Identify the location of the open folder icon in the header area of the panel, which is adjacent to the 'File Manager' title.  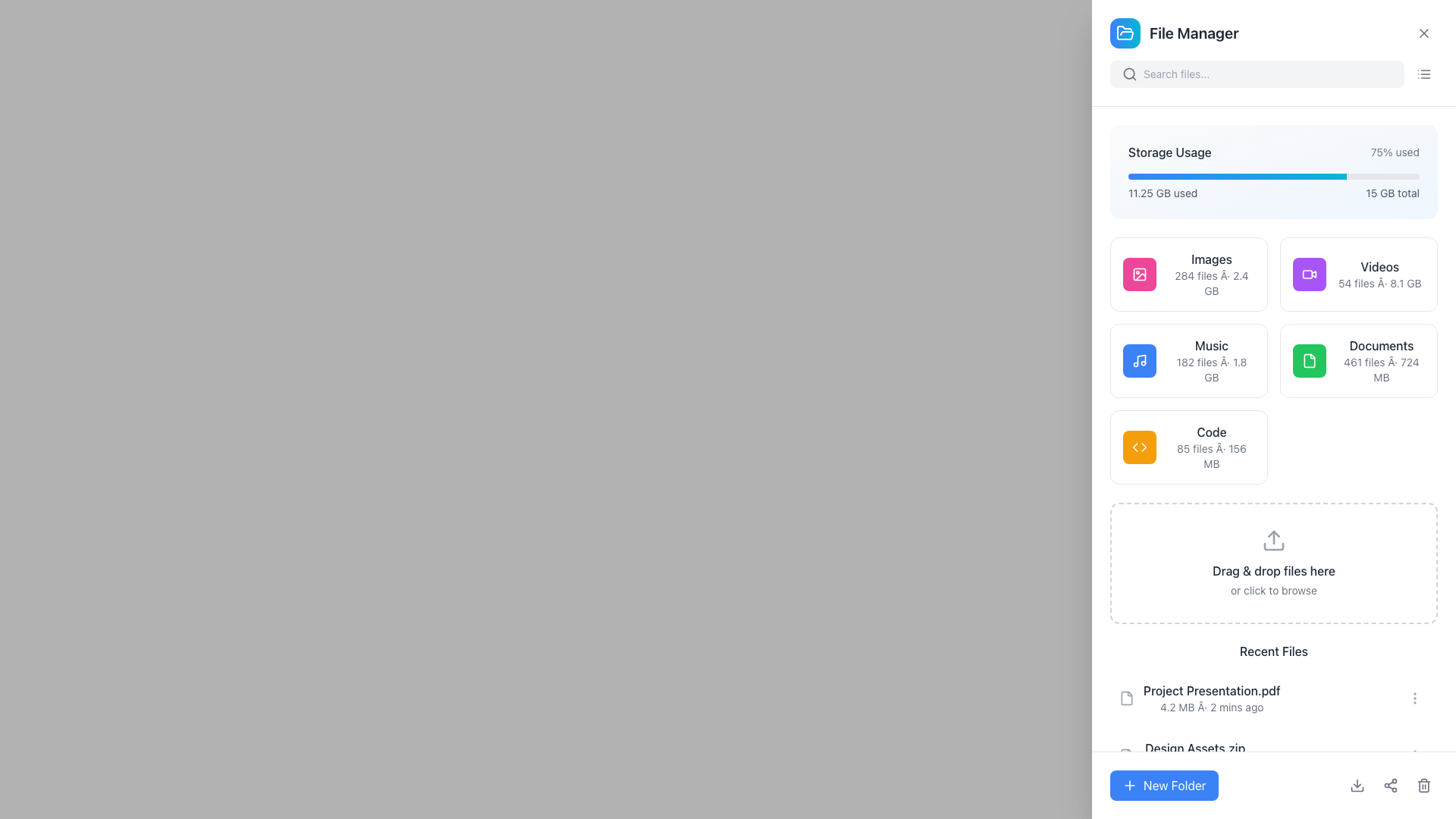
(1125, 33).